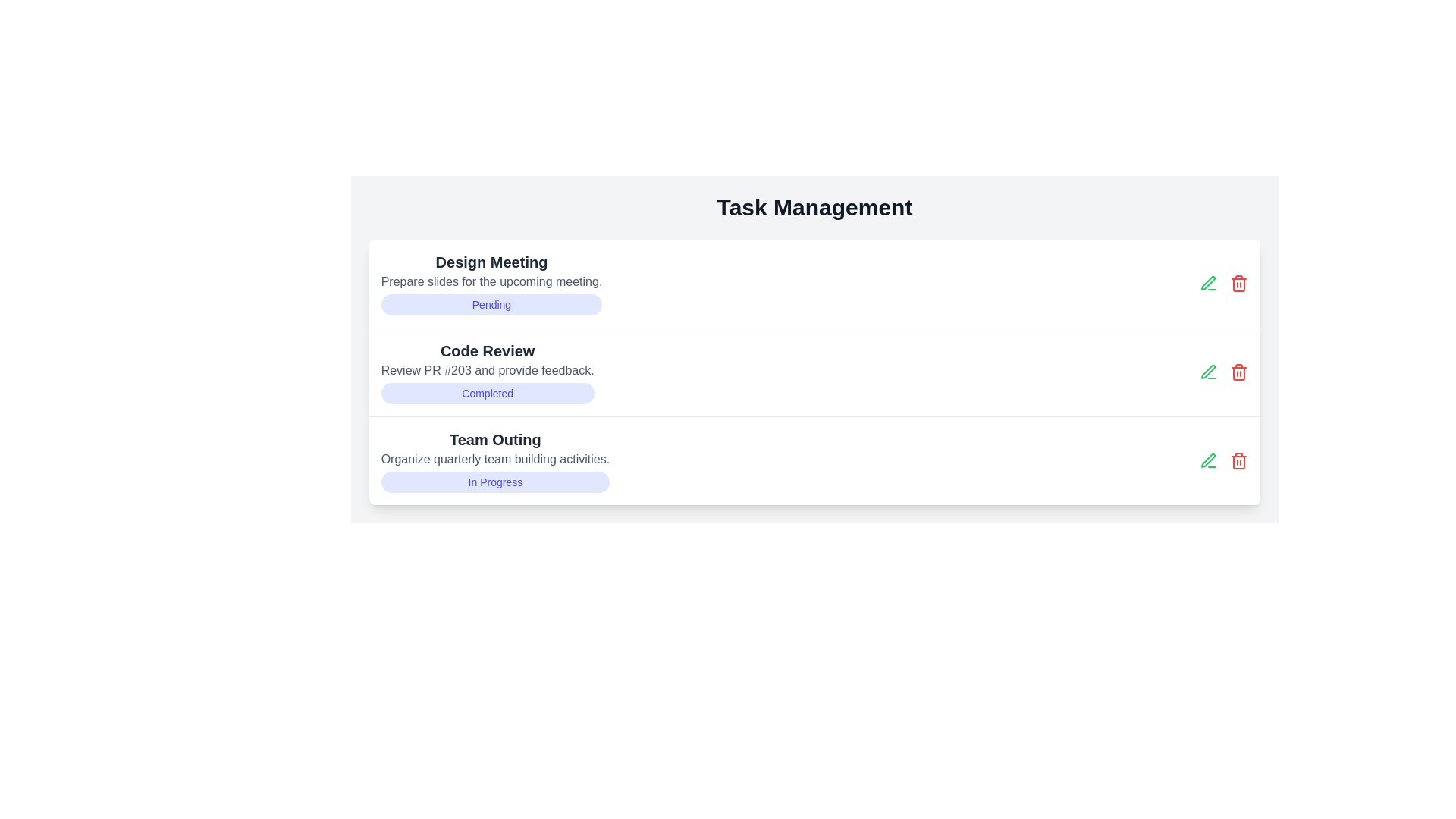 The height and width of the screenshot is (819, 1456). I want to click on the 'Completed' badge in the 'Code Review' section, which has a light indigo background and darker indigo text, indicating task completion, so click(488, 393).